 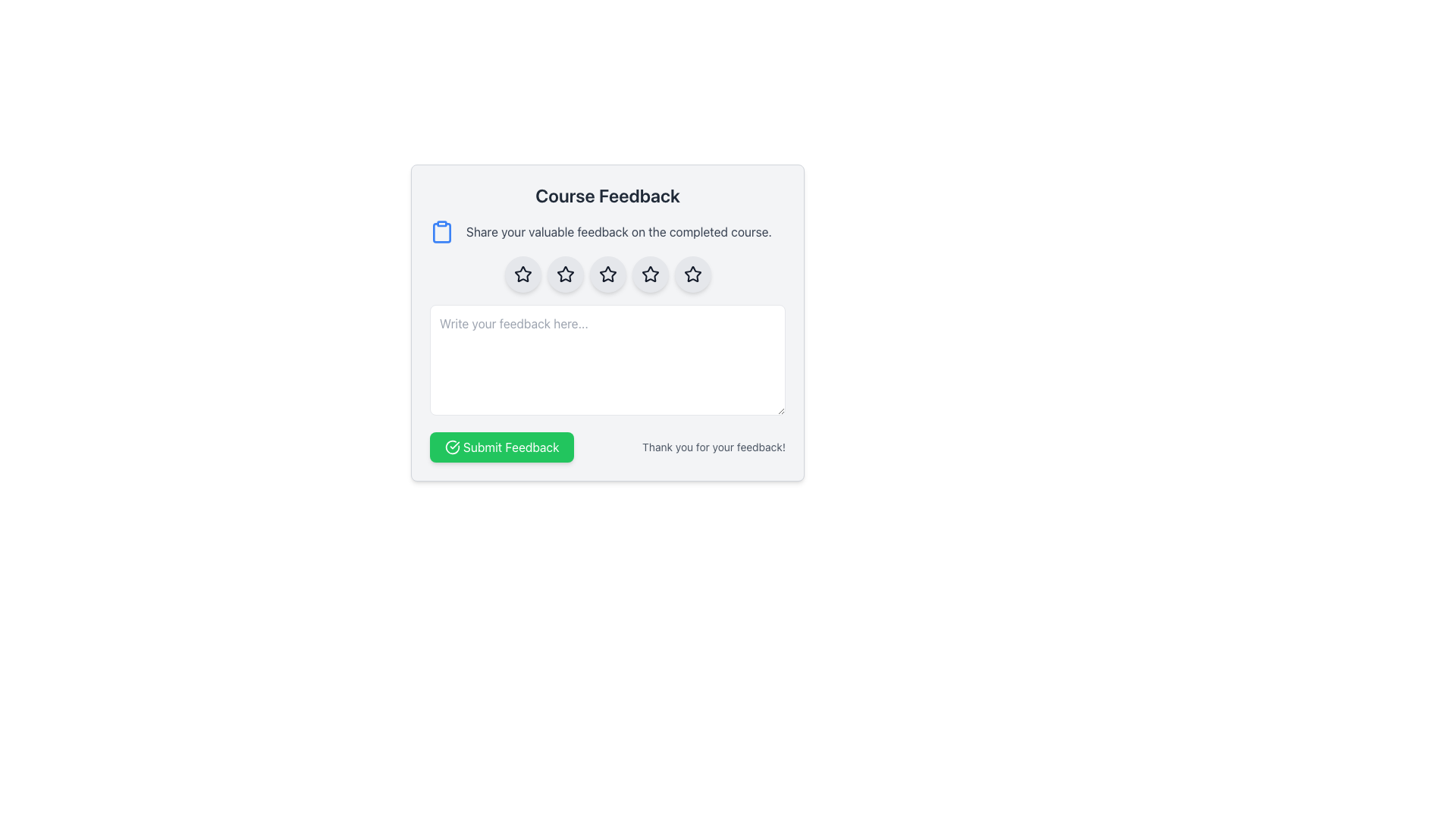 I want to click on the 'Submit Feedback' button with a green background and white text, so click(x=502, y=447).